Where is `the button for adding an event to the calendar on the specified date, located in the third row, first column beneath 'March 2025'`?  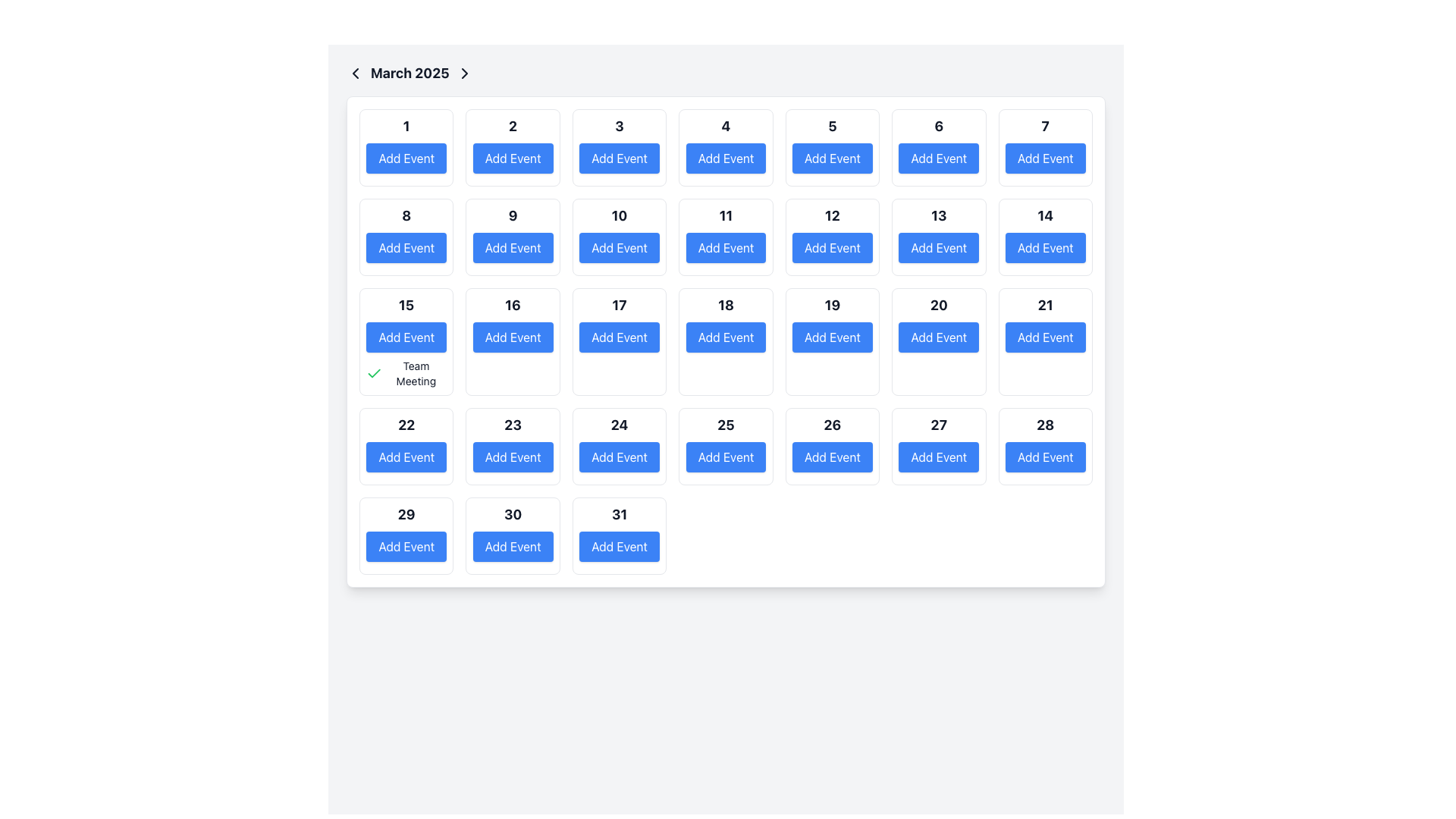 the button for adding an event to the calendar on the specified date, located in the third row, first column beneath 'March 2025' is located at coordinates (406, 336).